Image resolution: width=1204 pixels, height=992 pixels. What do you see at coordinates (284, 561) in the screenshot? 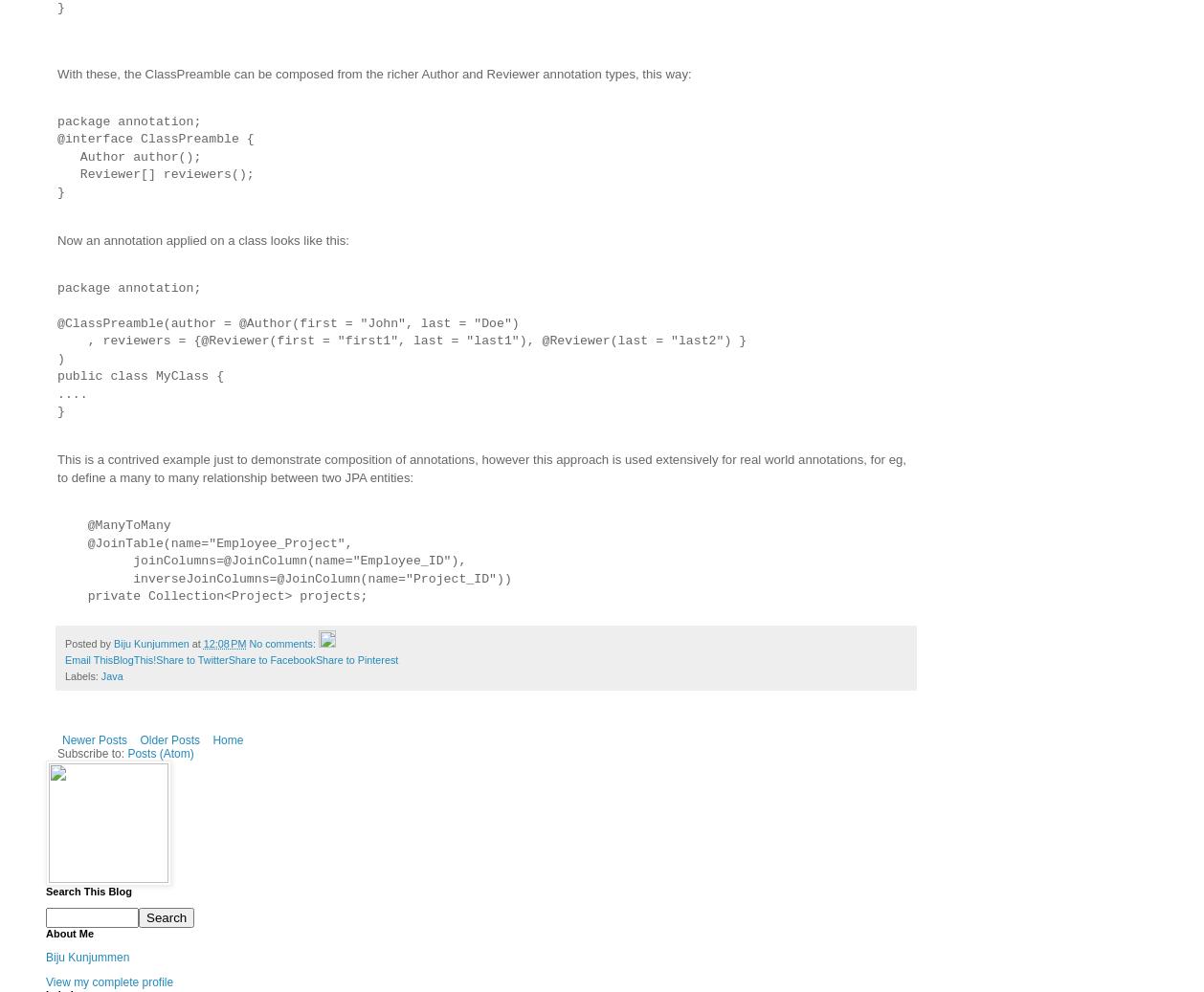
I see `'@ManyToMany
    @JoinTable(name="Employee_Project",
          joinColumns=@JoinColumn(name="Employee_ID"),
          inverseJoinColumns=@JoinColumn(name="Project_ID"))
    private Collection<Project> projects;'` at bounding box center [284, 561].